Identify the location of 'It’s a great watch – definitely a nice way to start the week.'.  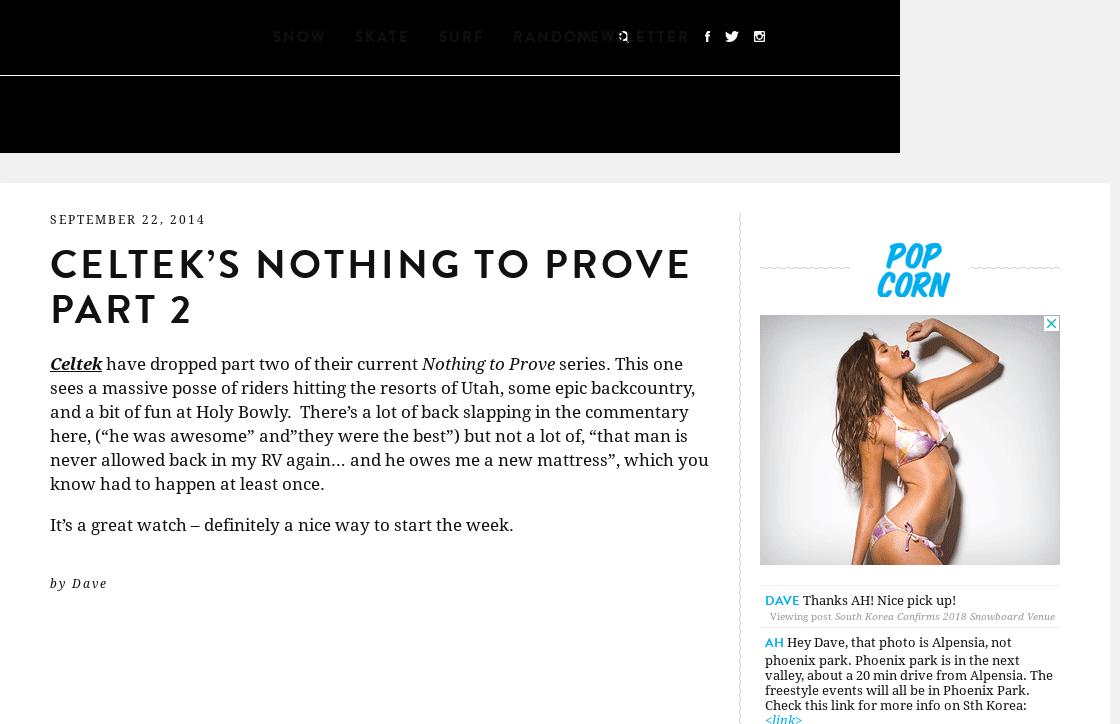
(282, 523).